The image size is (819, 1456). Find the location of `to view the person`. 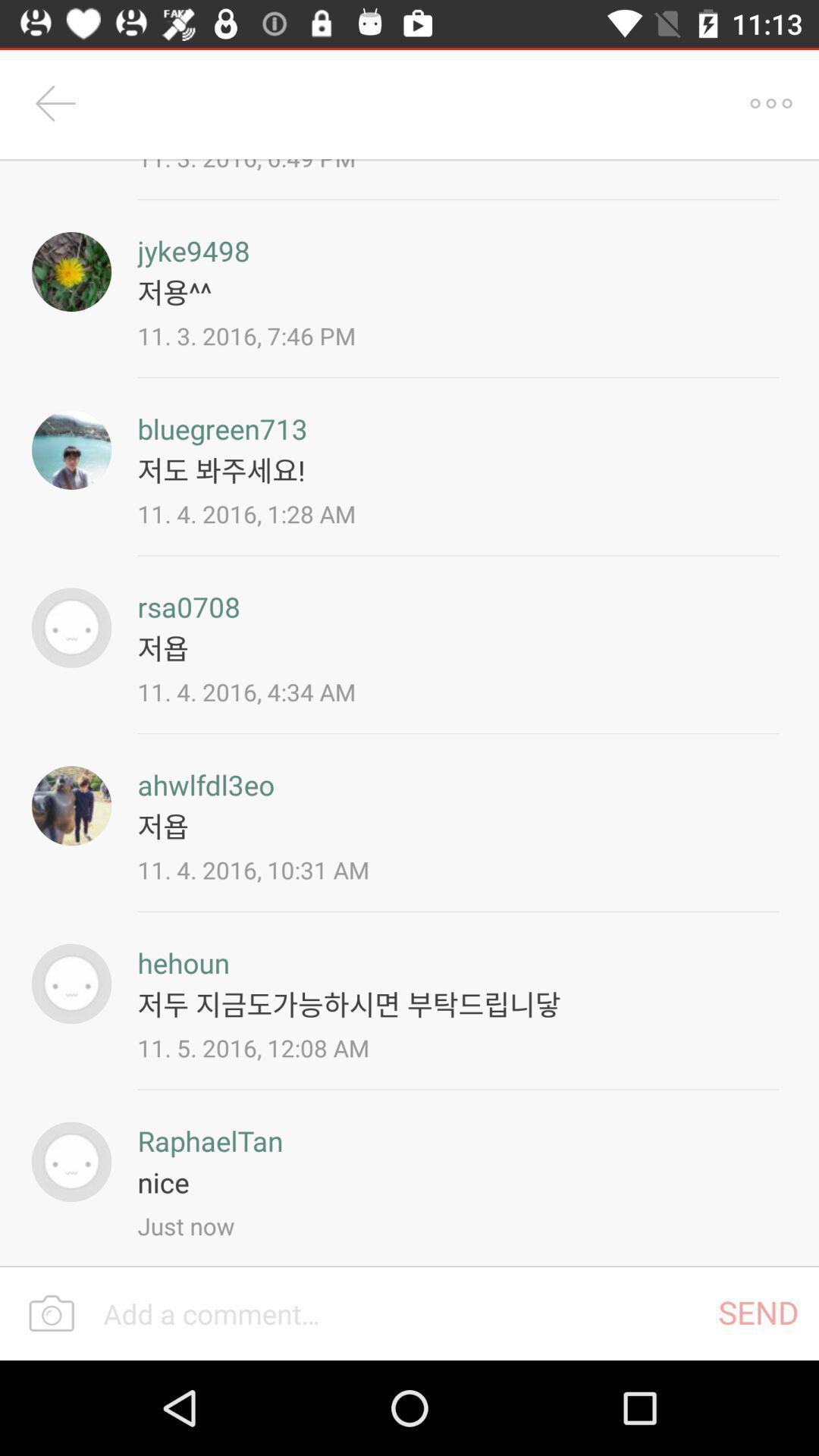

to view the person is located at coordinates (71, 1161).